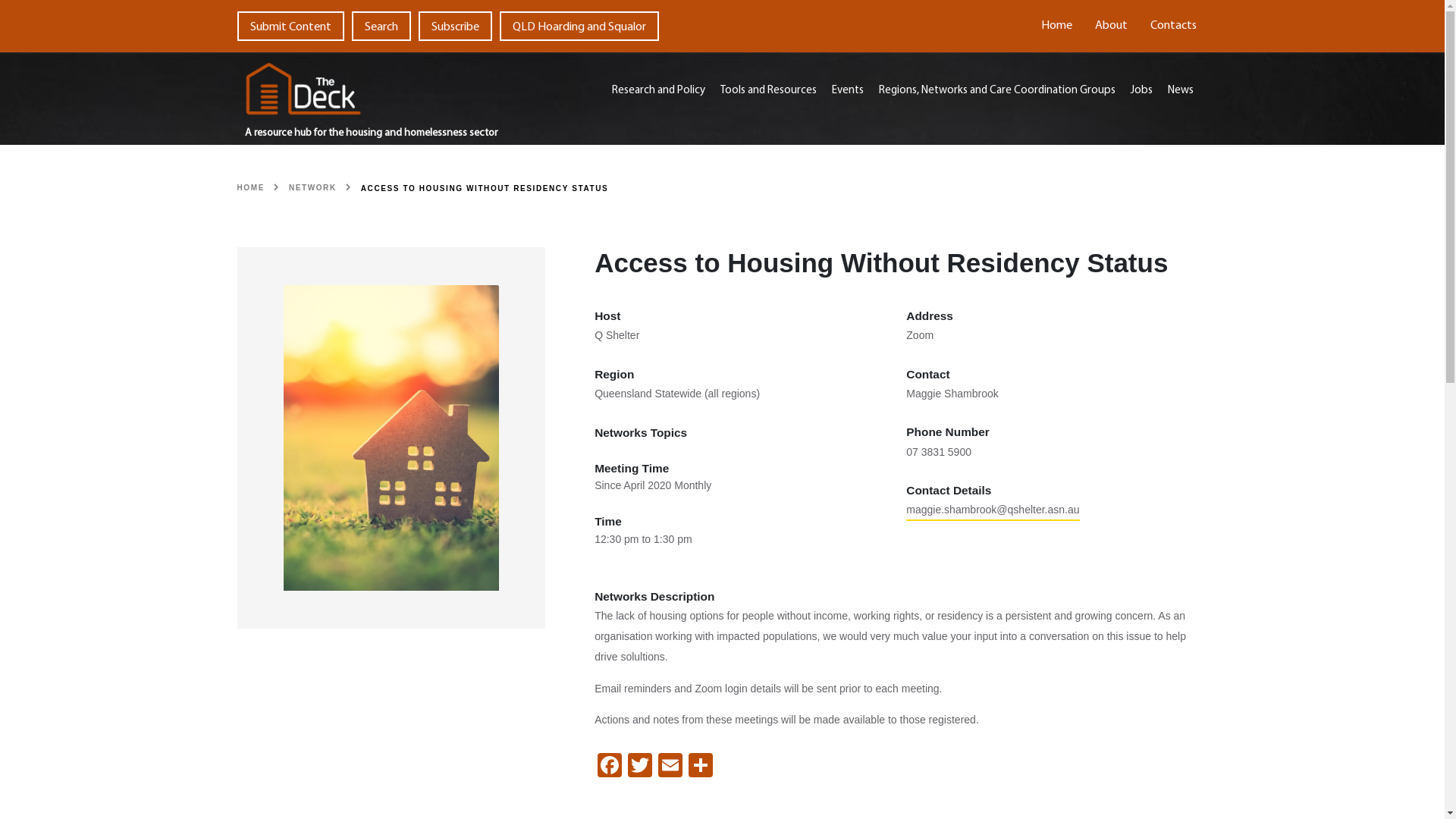 The height and width of the screenshot is (819, 1456). What do you see at coordinates (640, 767) in the screenshot?
I see `'Twitter'` at bounding box center [640, 767].